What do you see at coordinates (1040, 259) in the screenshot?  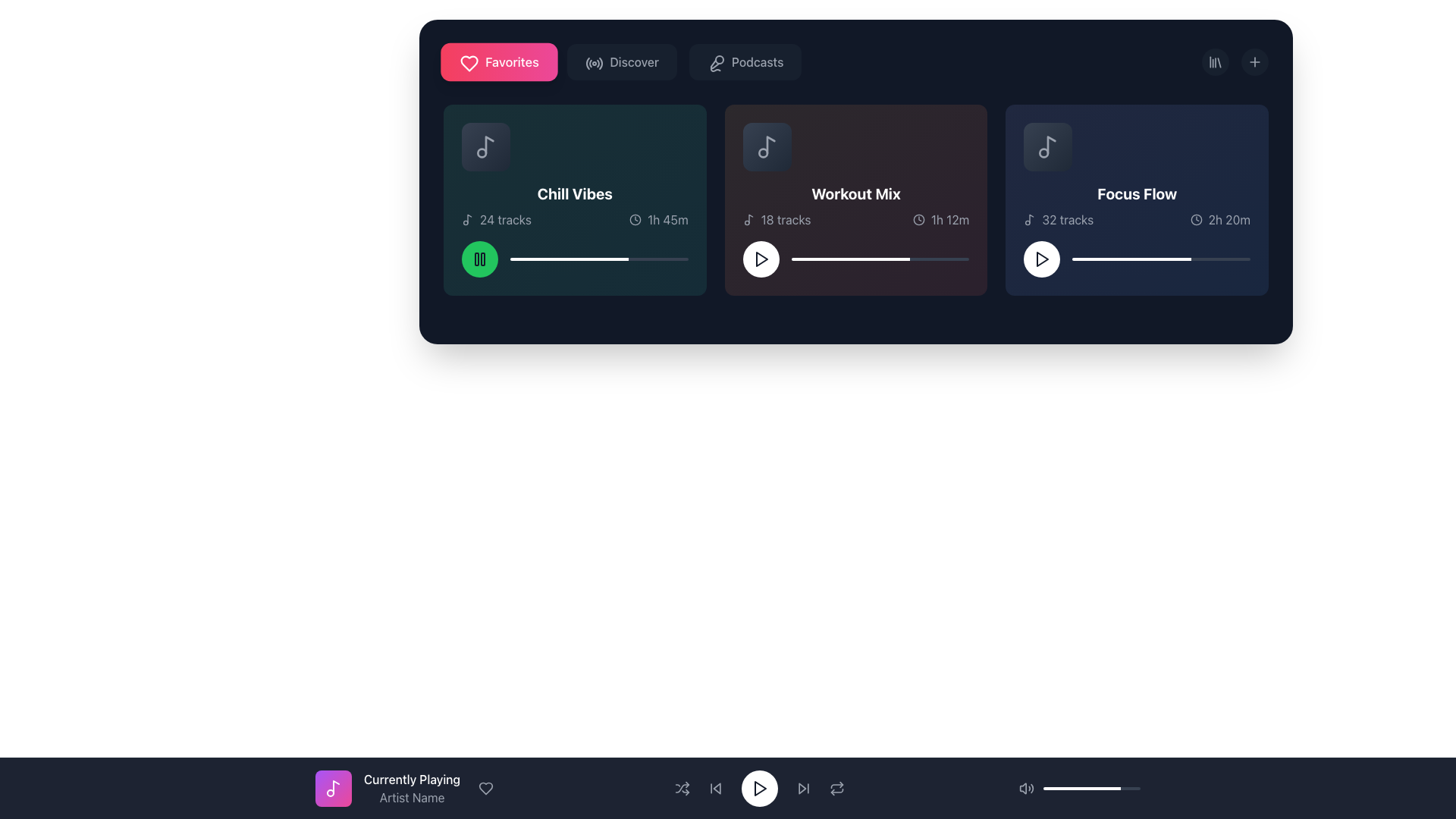 I see `the circular play button with a white background and a black outlined triangular play icon located at the bottom left of the 'Focus Flow' music card to play the music` at bounding box center [1040, 259].